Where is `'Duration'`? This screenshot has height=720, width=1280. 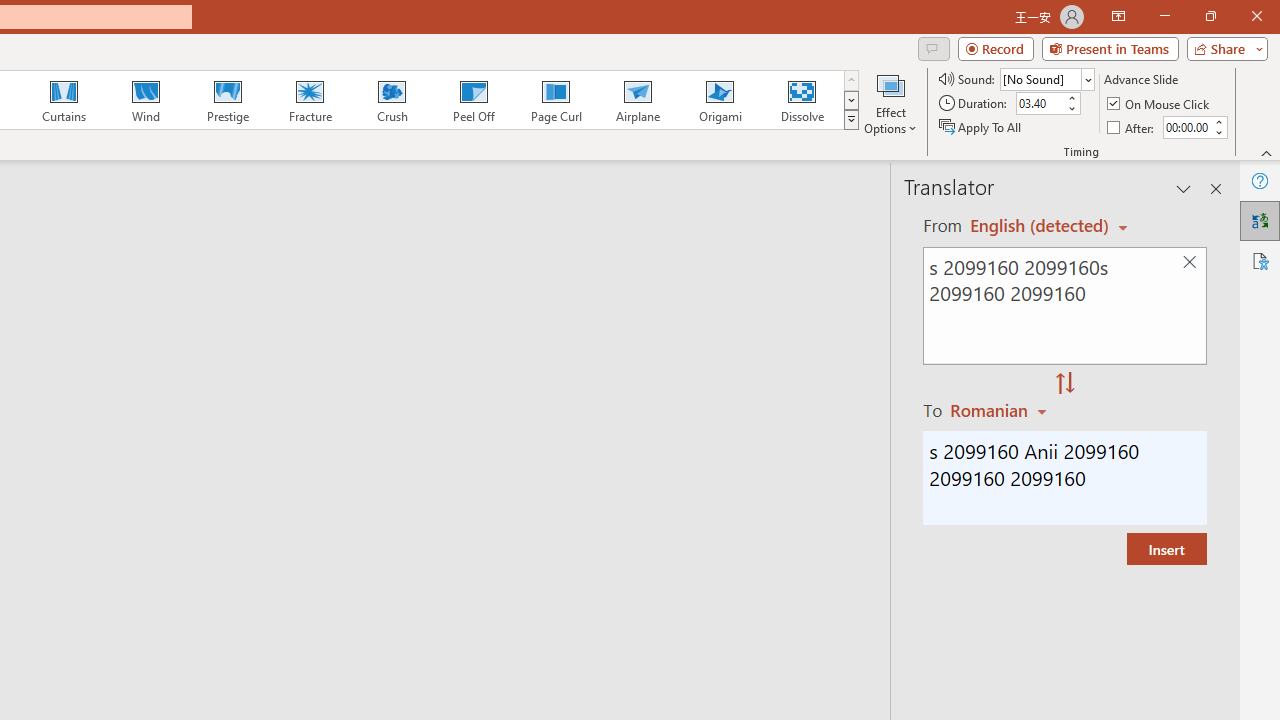
'Duration' is located at coordinates (1040, 103).